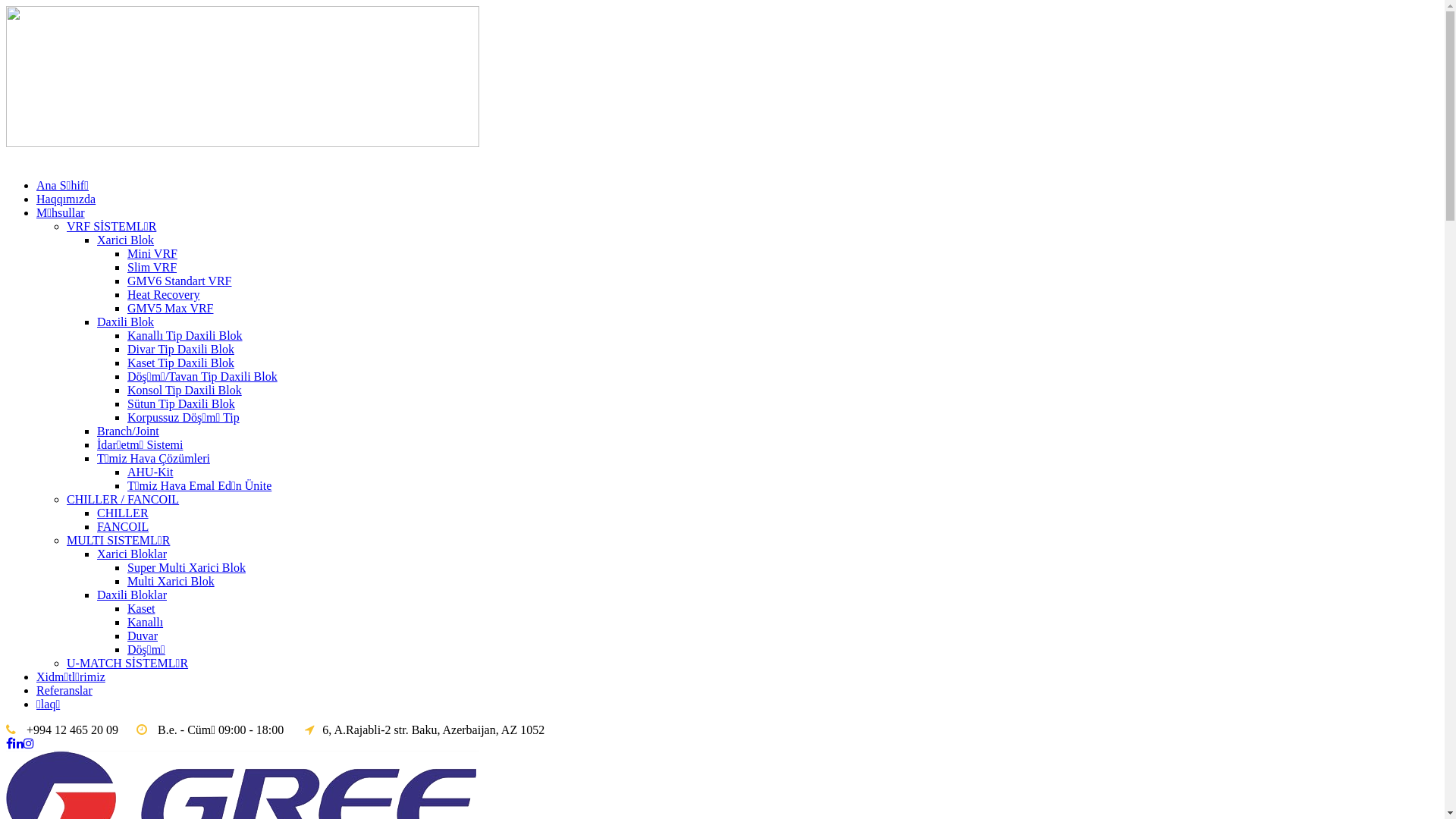  What do you see at coordinates (171, 580) in the screenshot?
I see `'Multi Xarici Blok'` at bounding box center [171, 580].